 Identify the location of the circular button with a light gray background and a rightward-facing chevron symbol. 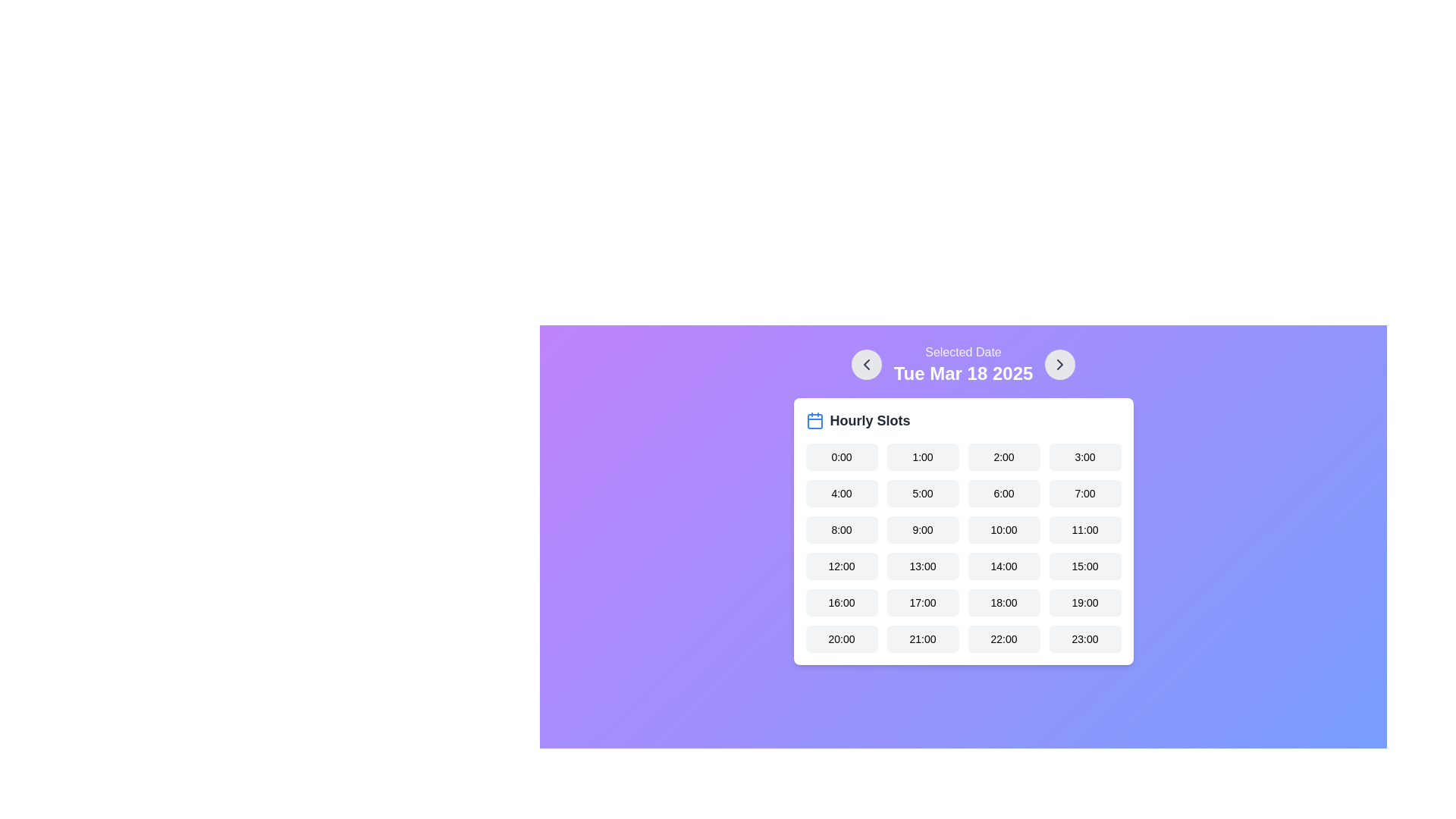
(1059, 365).